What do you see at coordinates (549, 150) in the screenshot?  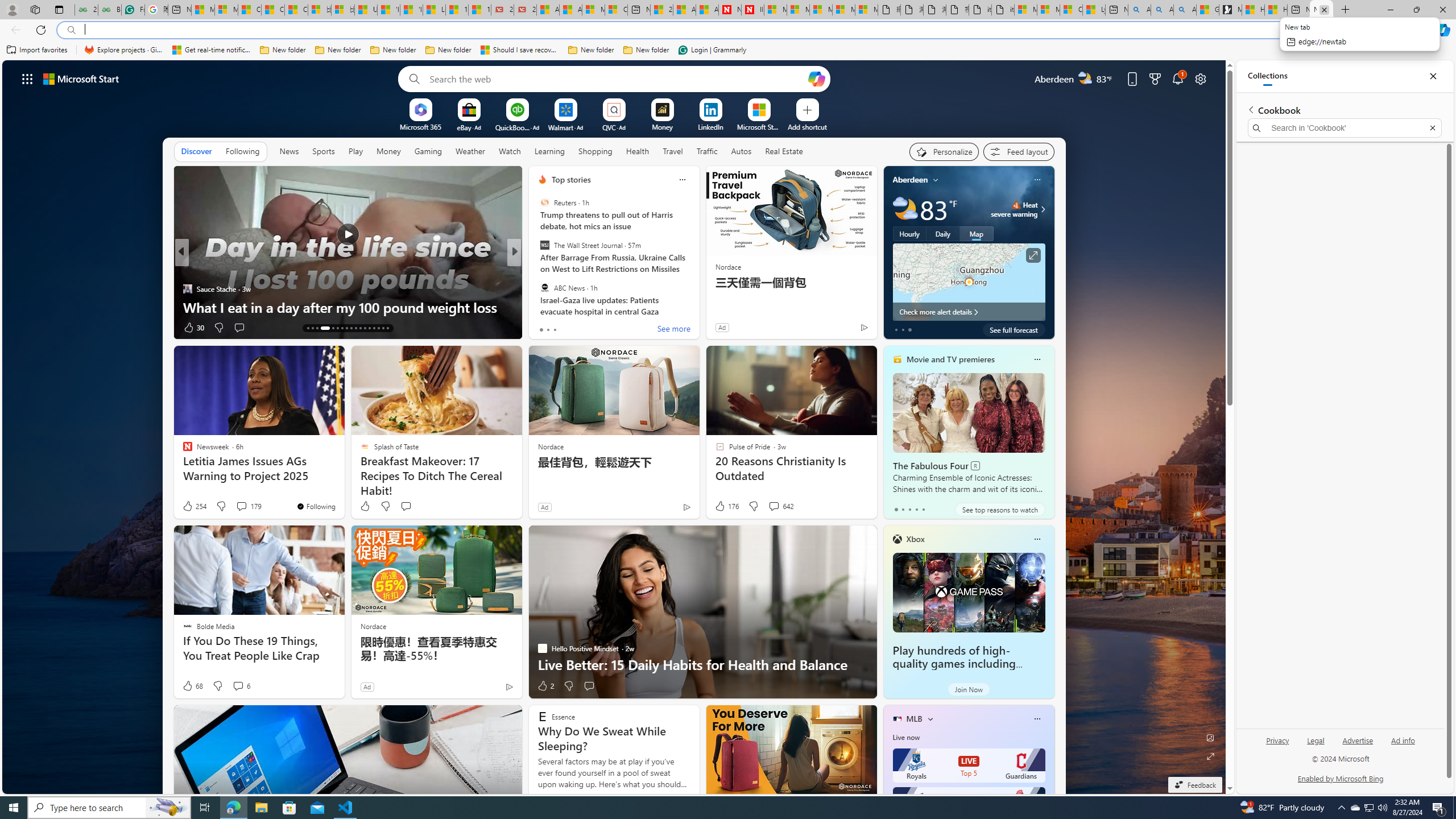 I see `'Learning'` at bounding box center [549, 150].